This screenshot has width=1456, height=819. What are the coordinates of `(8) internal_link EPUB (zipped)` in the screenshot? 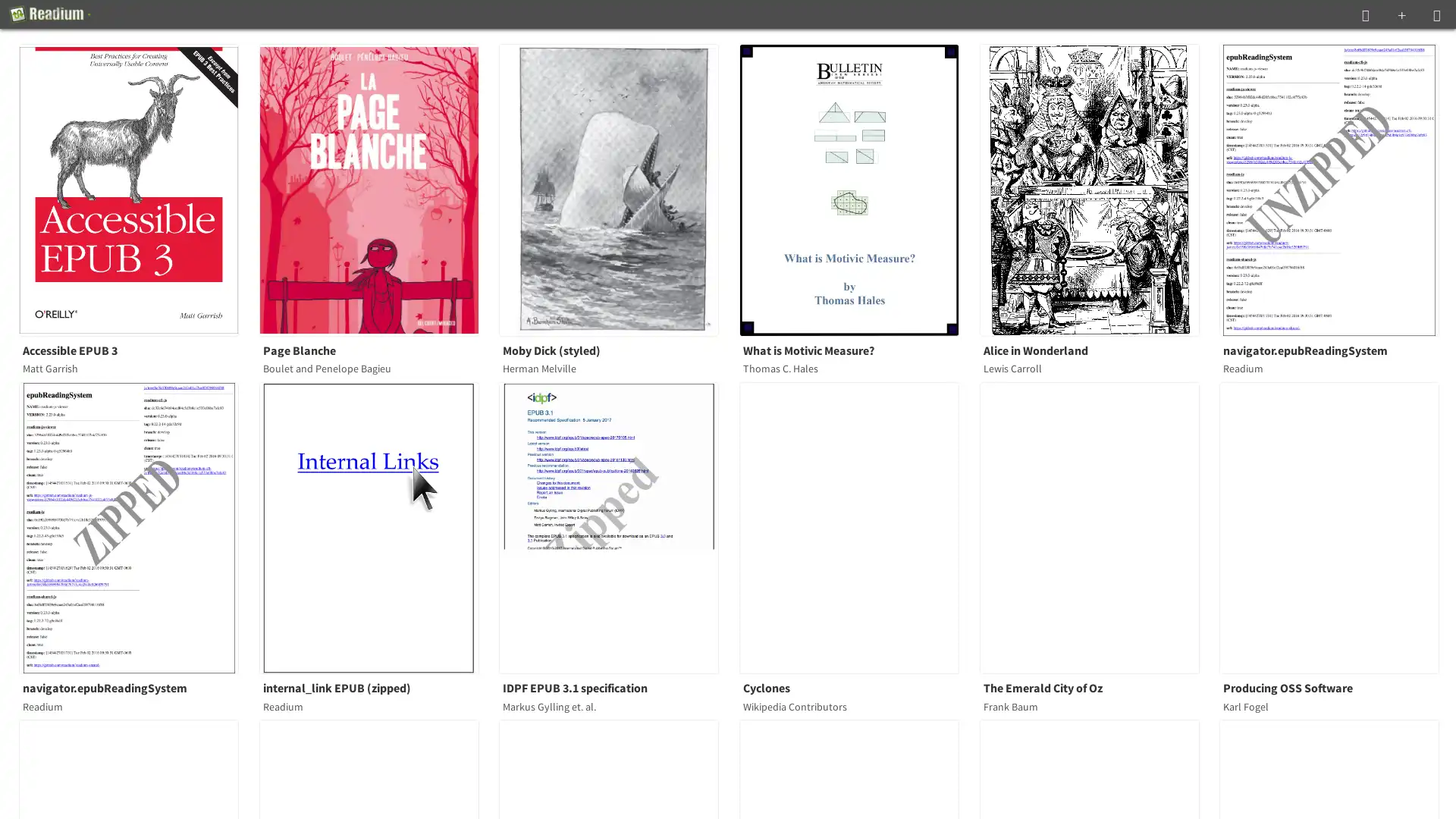 It's located at (378, 526).